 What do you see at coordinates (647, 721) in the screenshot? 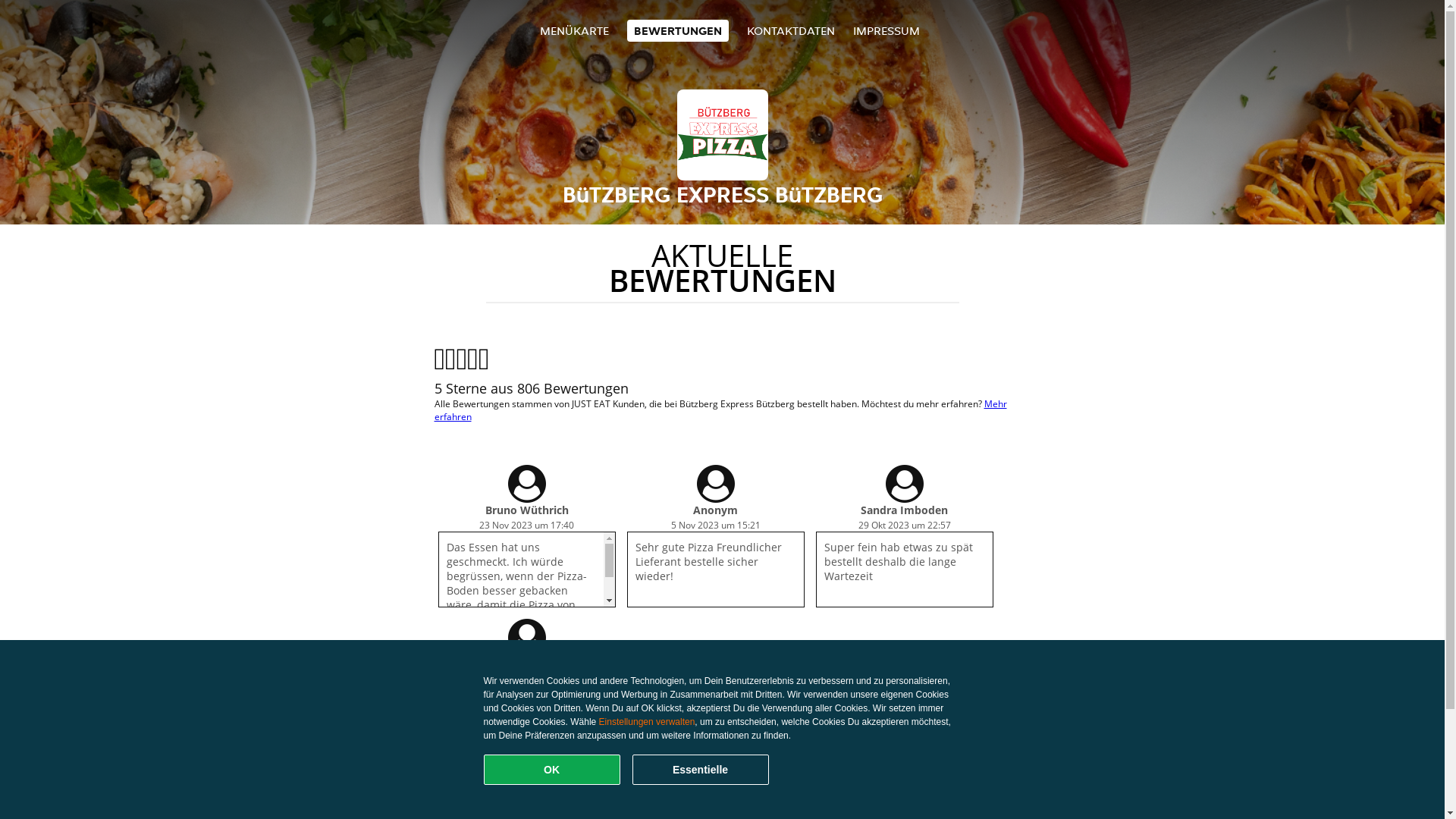
I see `'Einstellungen verwalten'` at bounding box center [647, 721].